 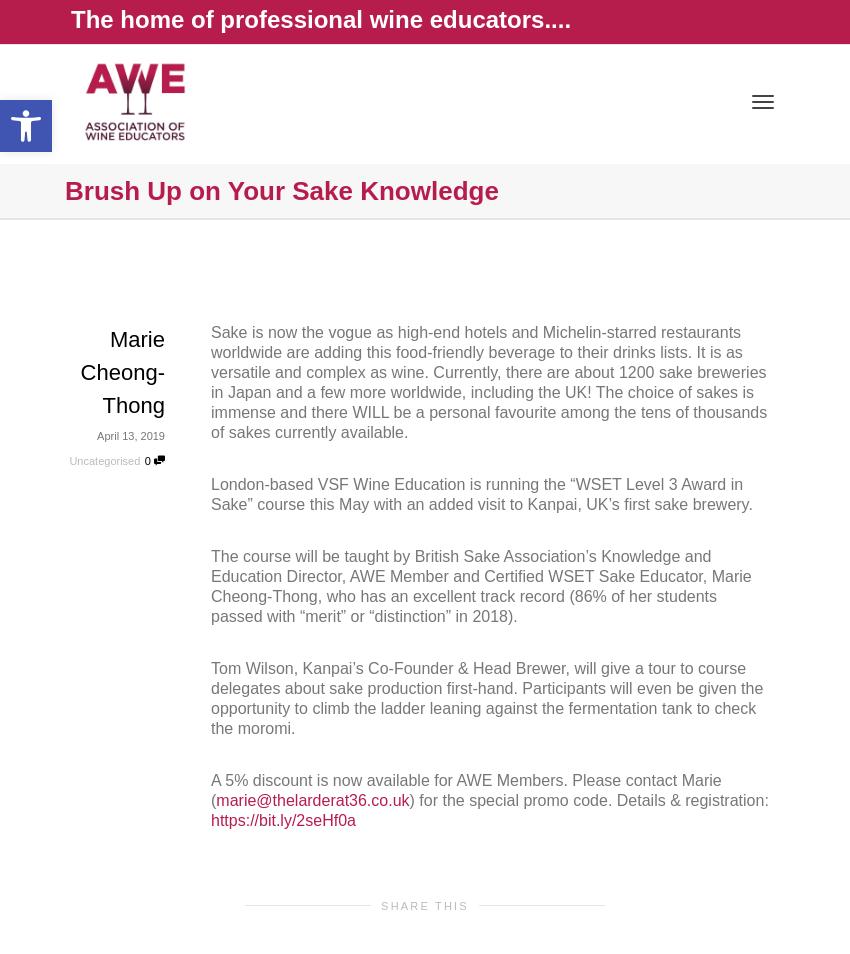 What do you see at coordinates (130, 435) in the screenshot?
I see `'April 13, 2019'` at bounding box center [130, 435].